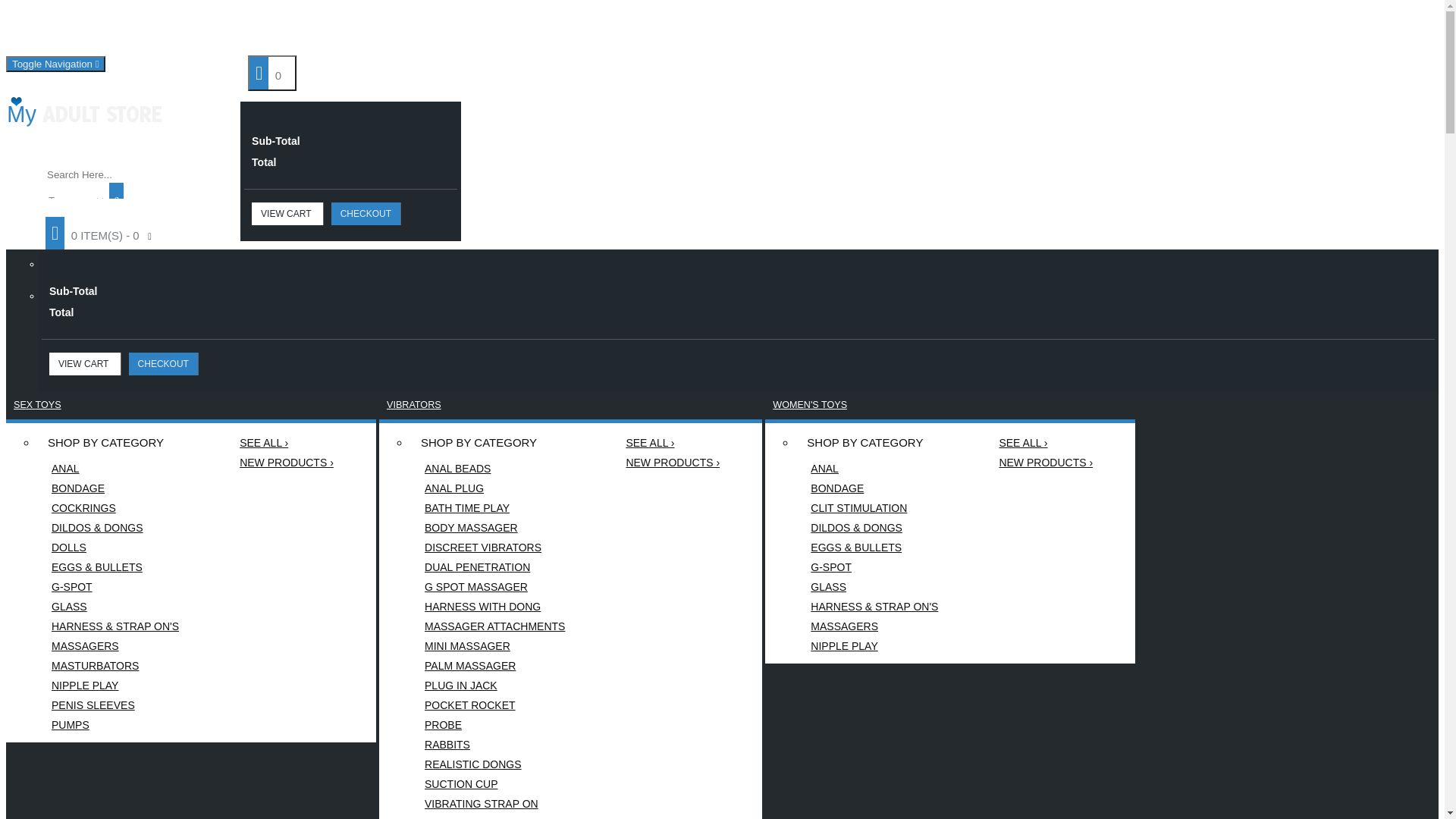 The image size is (1456, 819). I want to click on 'MASSAGER ATTACHMENTS', so click(494, 626).